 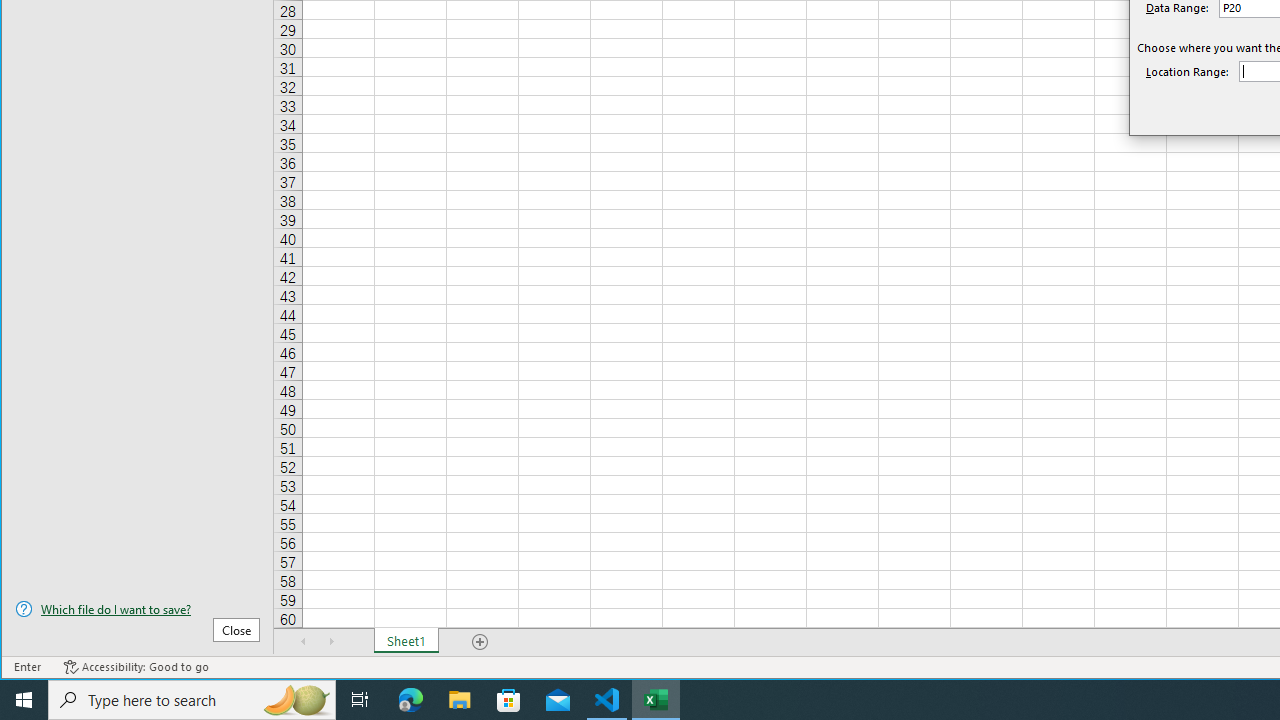 I want to click on 'Sheet1', so click(x=405, y=641).